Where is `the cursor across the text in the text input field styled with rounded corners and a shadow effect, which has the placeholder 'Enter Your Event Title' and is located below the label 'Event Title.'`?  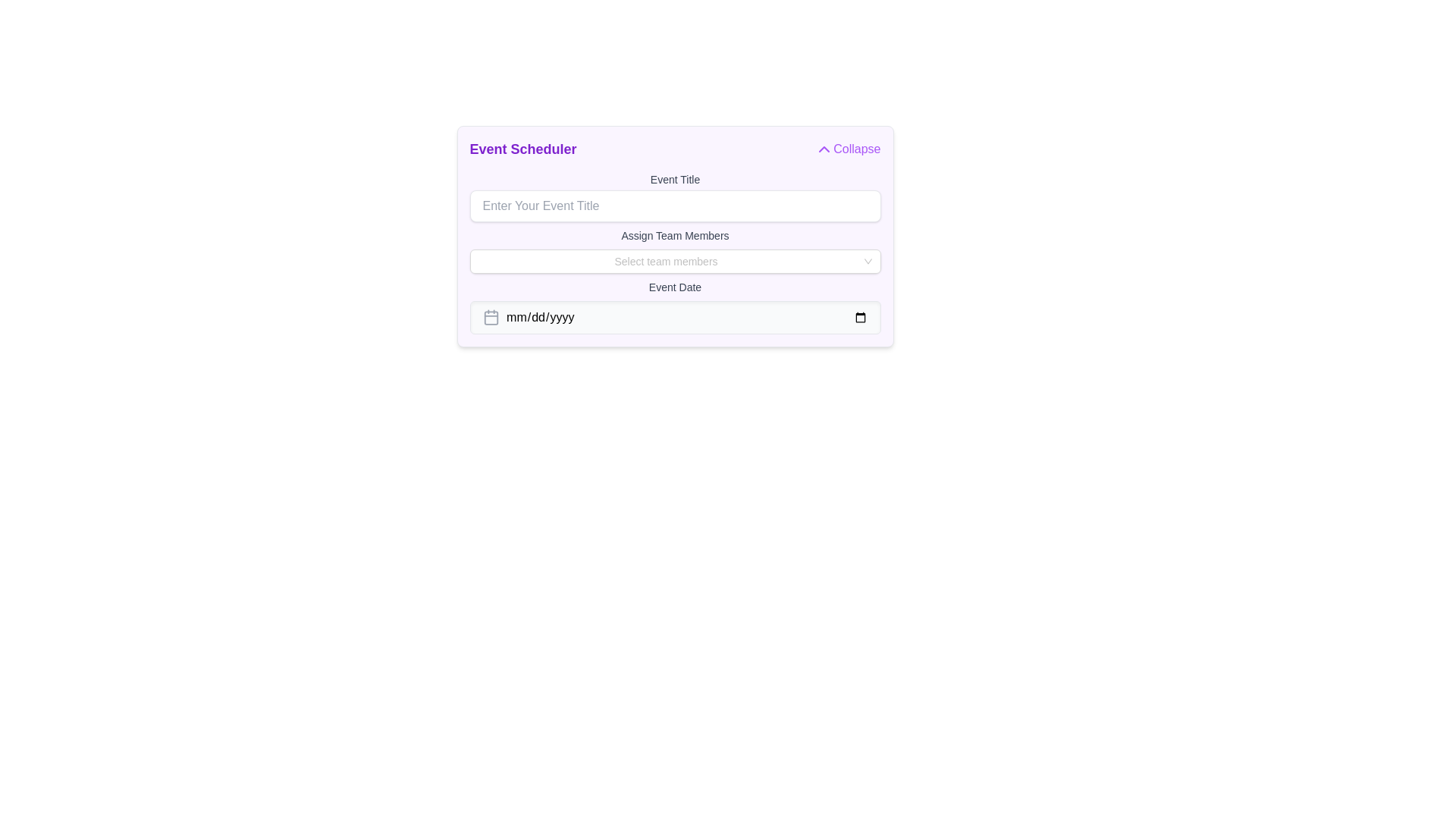
the cursor across the text in the text input field styled with rounded corners and a shadow effect, which has the placeholder 'Enter Your Event Title' and is located below the label 'Event Title.' is located at coordinates (674, 196).